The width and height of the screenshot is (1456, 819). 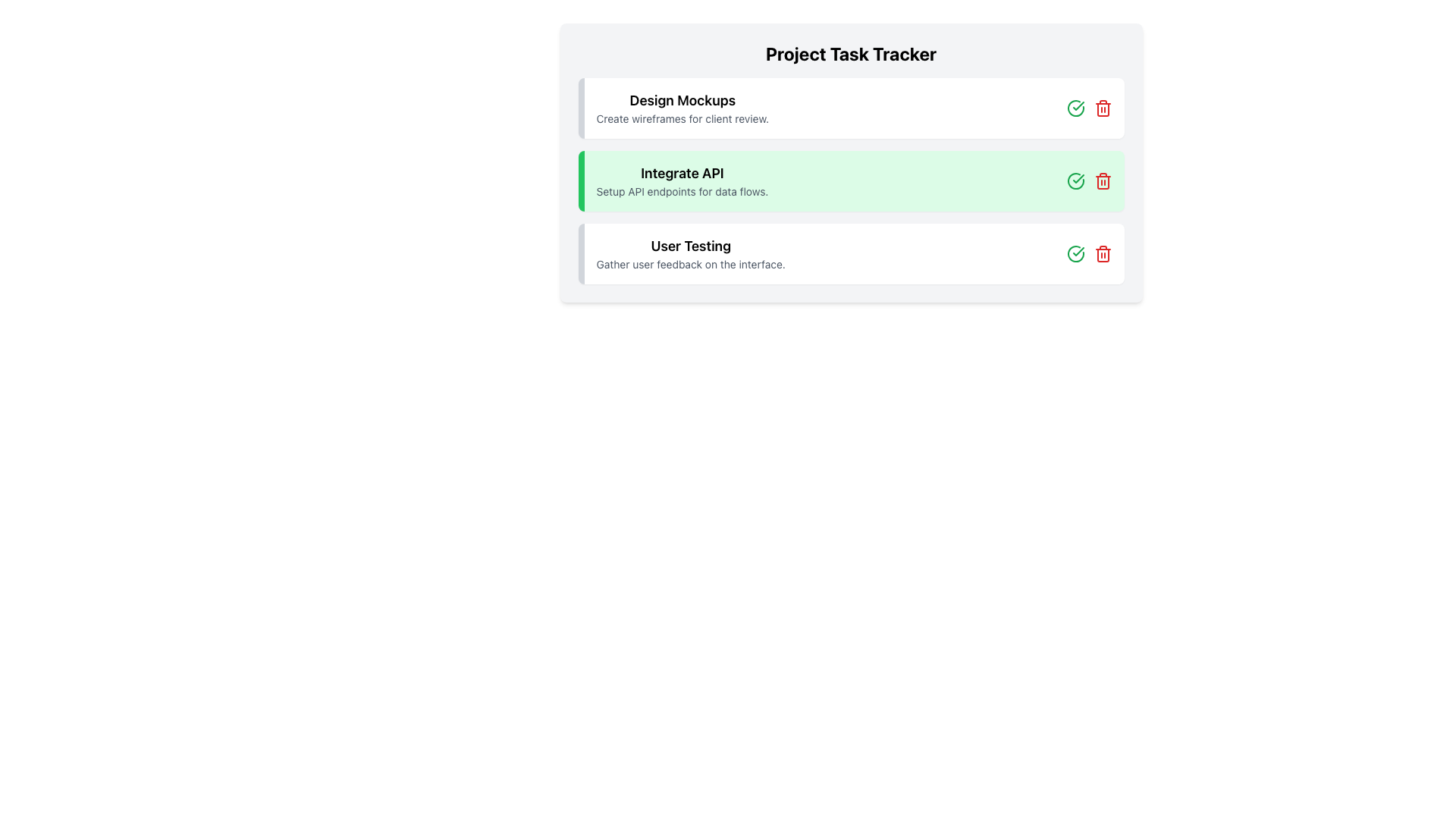 I want to click on text element that contains the string 'Setup API endpoints for data flows.' located beneath the 'Integrate API' heading in a green card segment, so click(x=681, y=191).